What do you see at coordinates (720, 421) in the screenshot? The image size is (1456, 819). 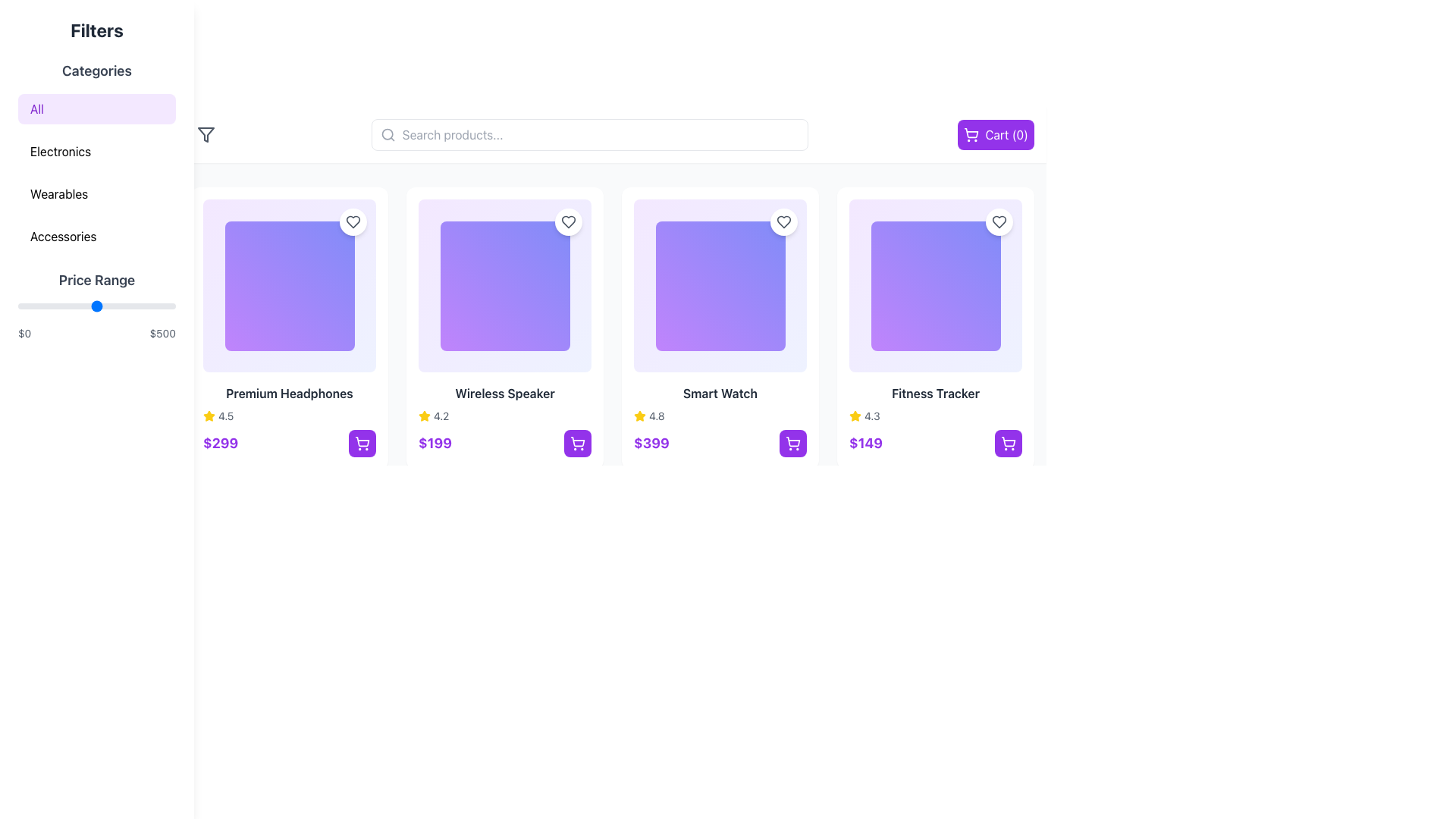 I see `the third product card in the grid layout, which presents detailed information about a product including its name, rating, and price` at bounding box center [720, 421].